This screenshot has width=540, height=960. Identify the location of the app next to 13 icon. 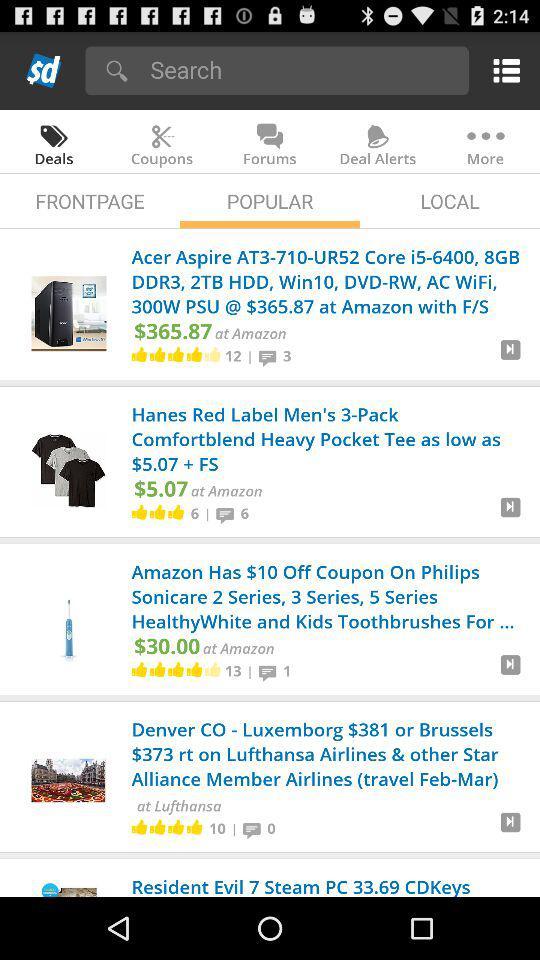
(250, 671).